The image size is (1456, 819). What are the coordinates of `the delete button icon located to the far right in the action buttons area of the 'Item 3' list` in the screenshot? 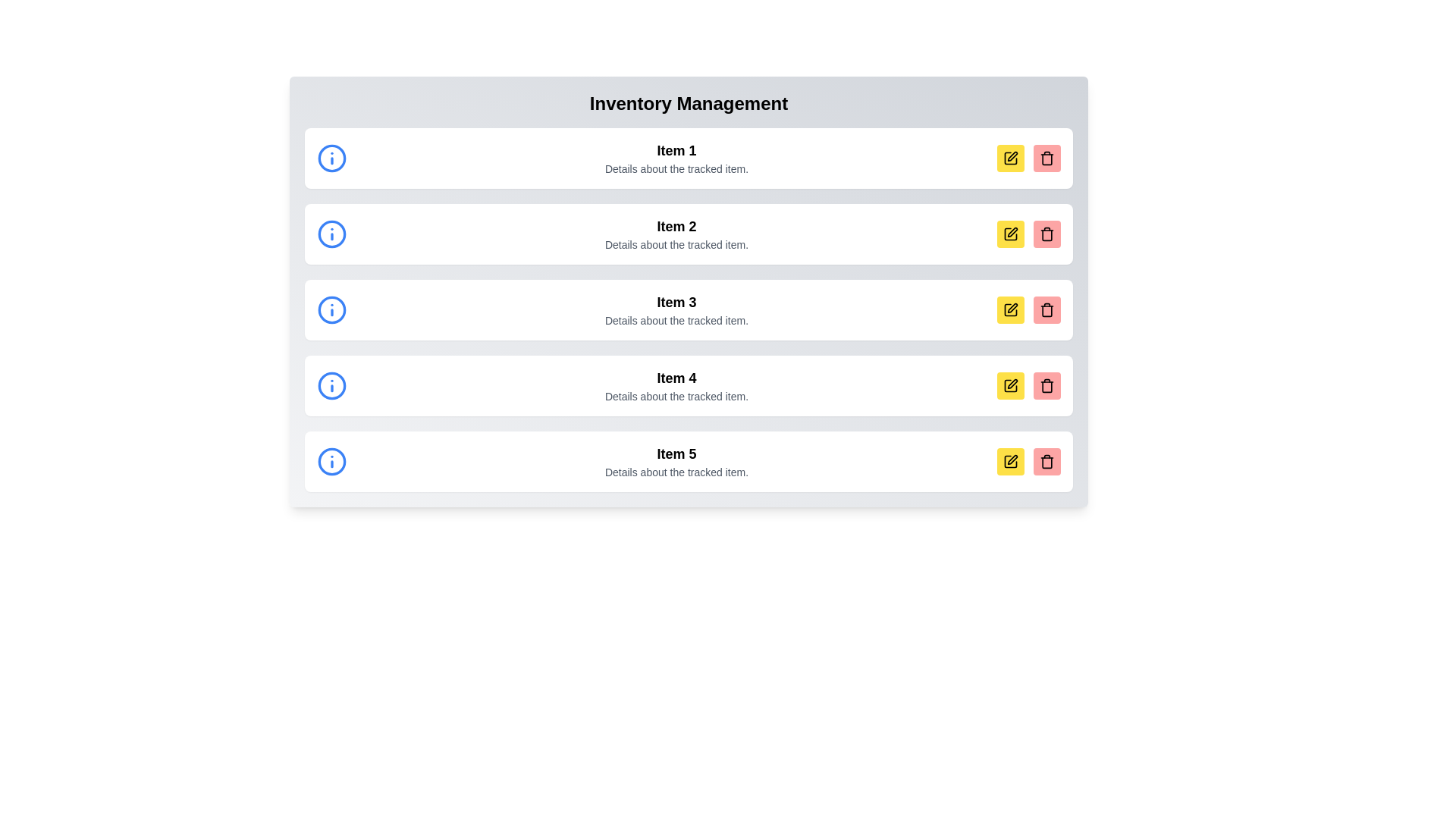 It's located at (1046, 309).